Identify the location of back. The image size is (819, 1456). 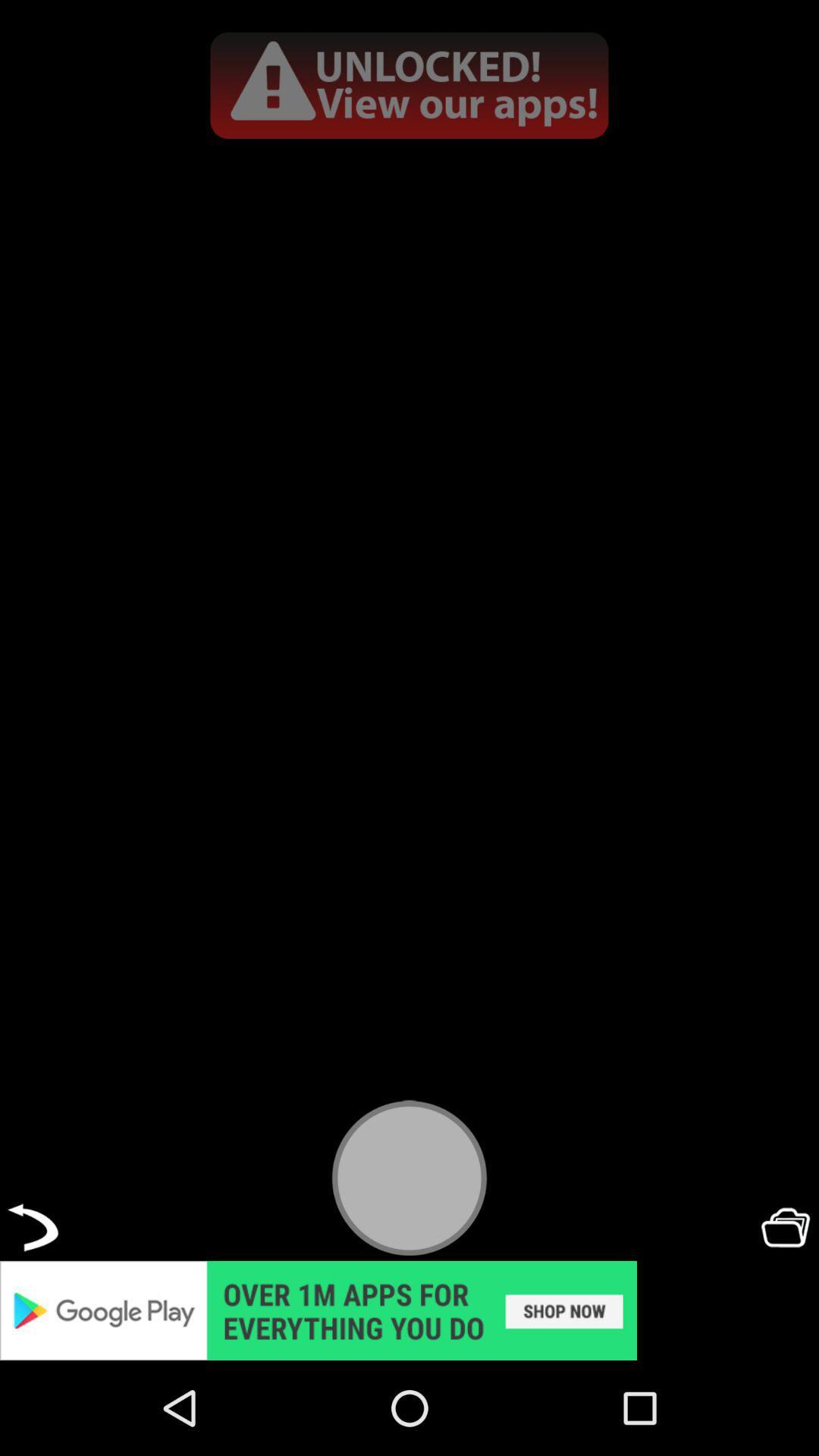
(33, 1227).